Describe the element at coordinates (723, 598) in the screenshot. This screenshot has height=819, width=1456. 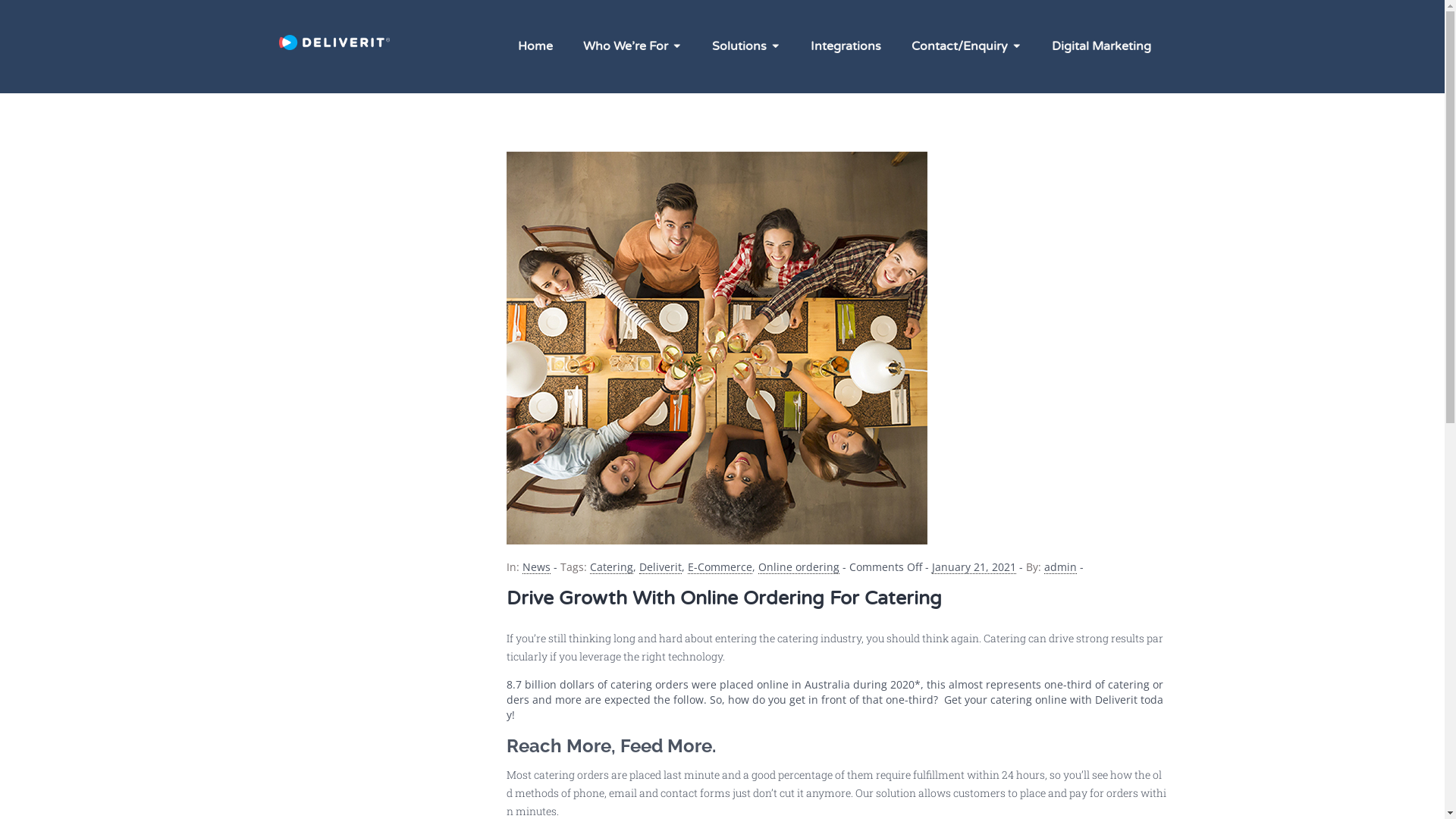
I see `'Drive Growth With Online Ordering For Catering'` at that location.